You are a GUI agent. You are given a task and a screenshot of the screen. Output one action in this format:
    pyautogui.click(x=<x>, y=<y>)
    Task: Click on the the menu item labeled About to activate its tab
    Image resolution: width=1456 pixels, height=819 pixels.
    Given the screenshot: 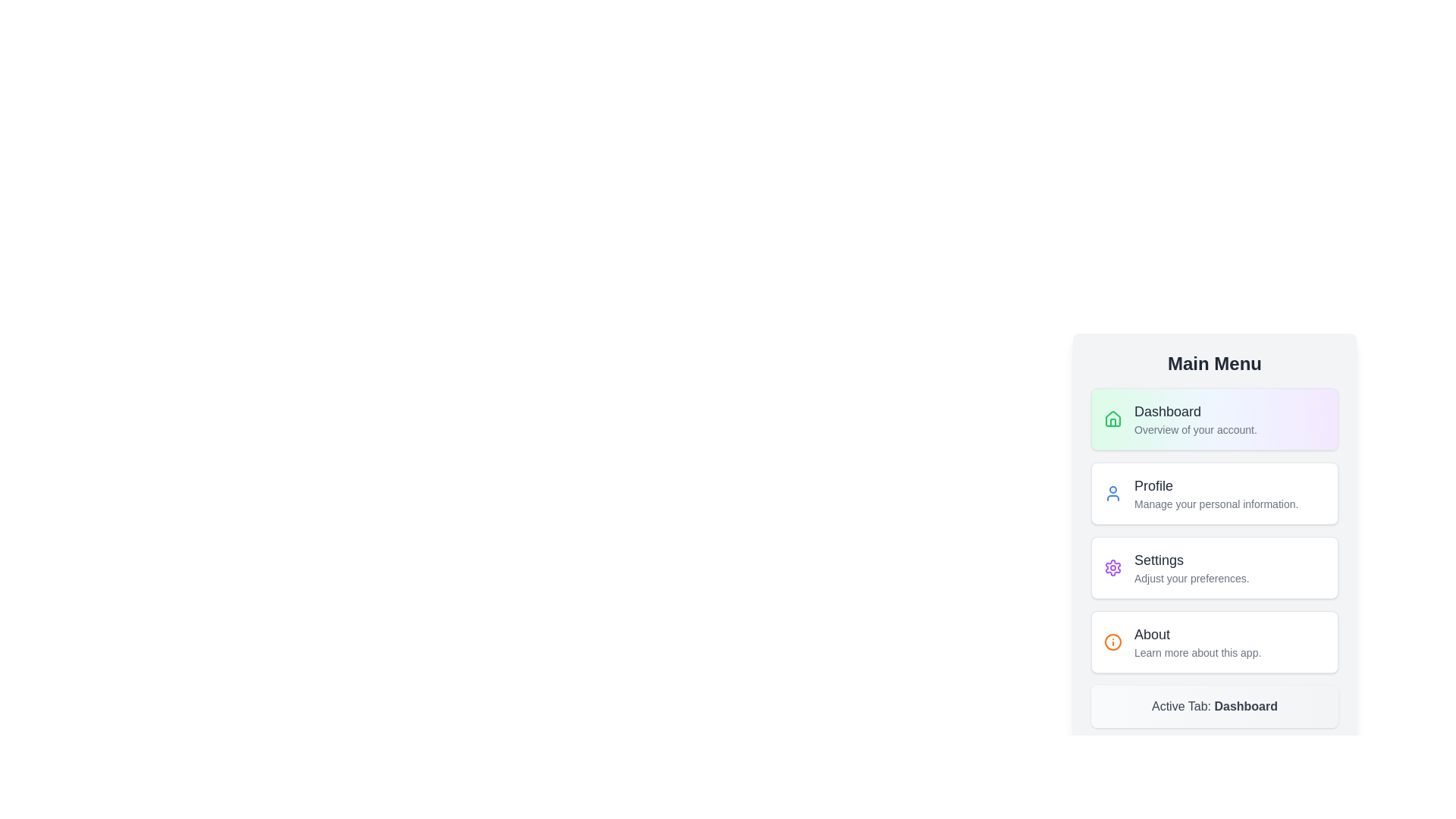 What is the action you would take?
    pyautogui.click(x=1215, y=642)
    